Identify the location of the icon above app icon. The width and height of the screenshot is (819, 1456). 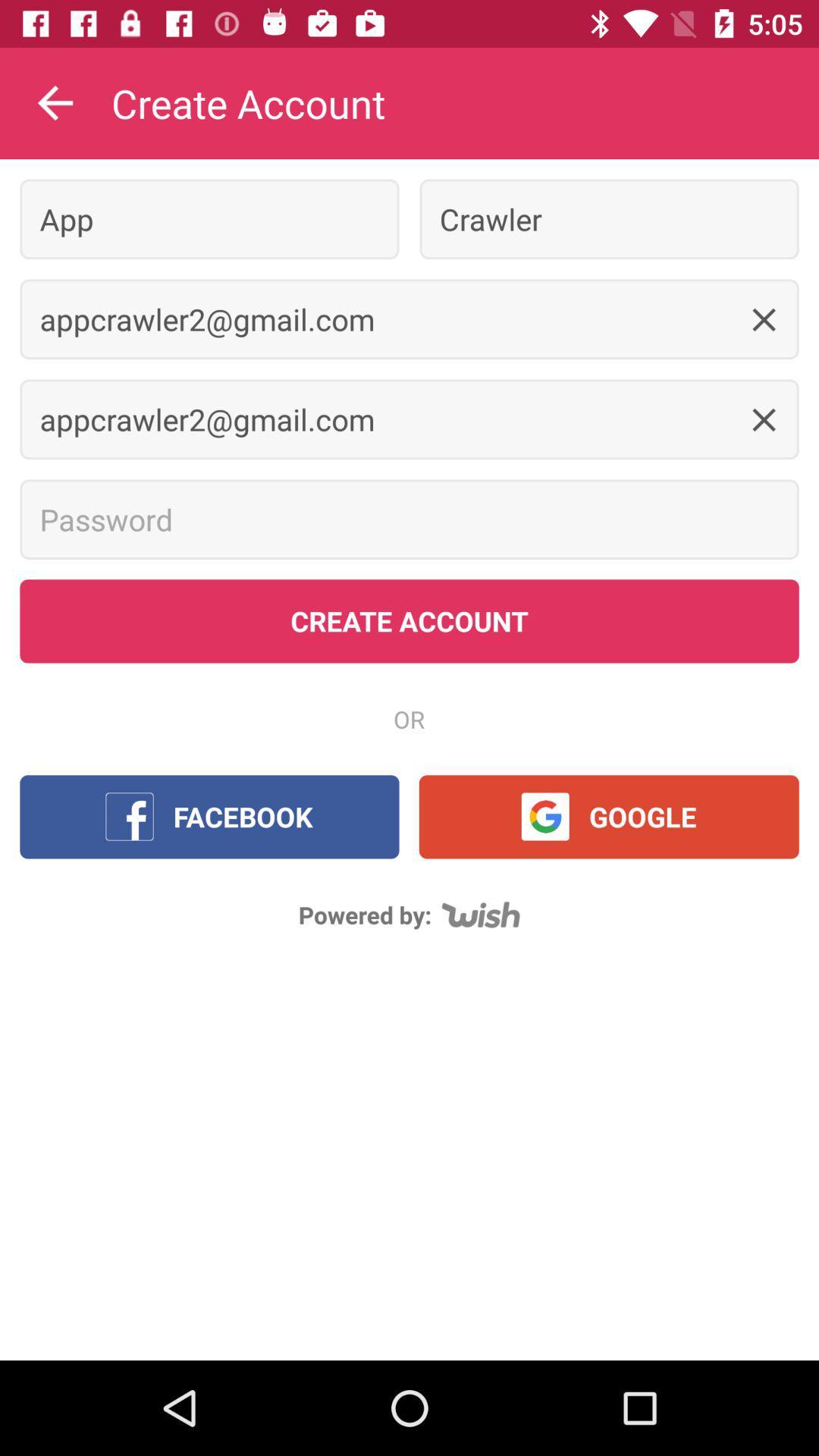
(55, 102).